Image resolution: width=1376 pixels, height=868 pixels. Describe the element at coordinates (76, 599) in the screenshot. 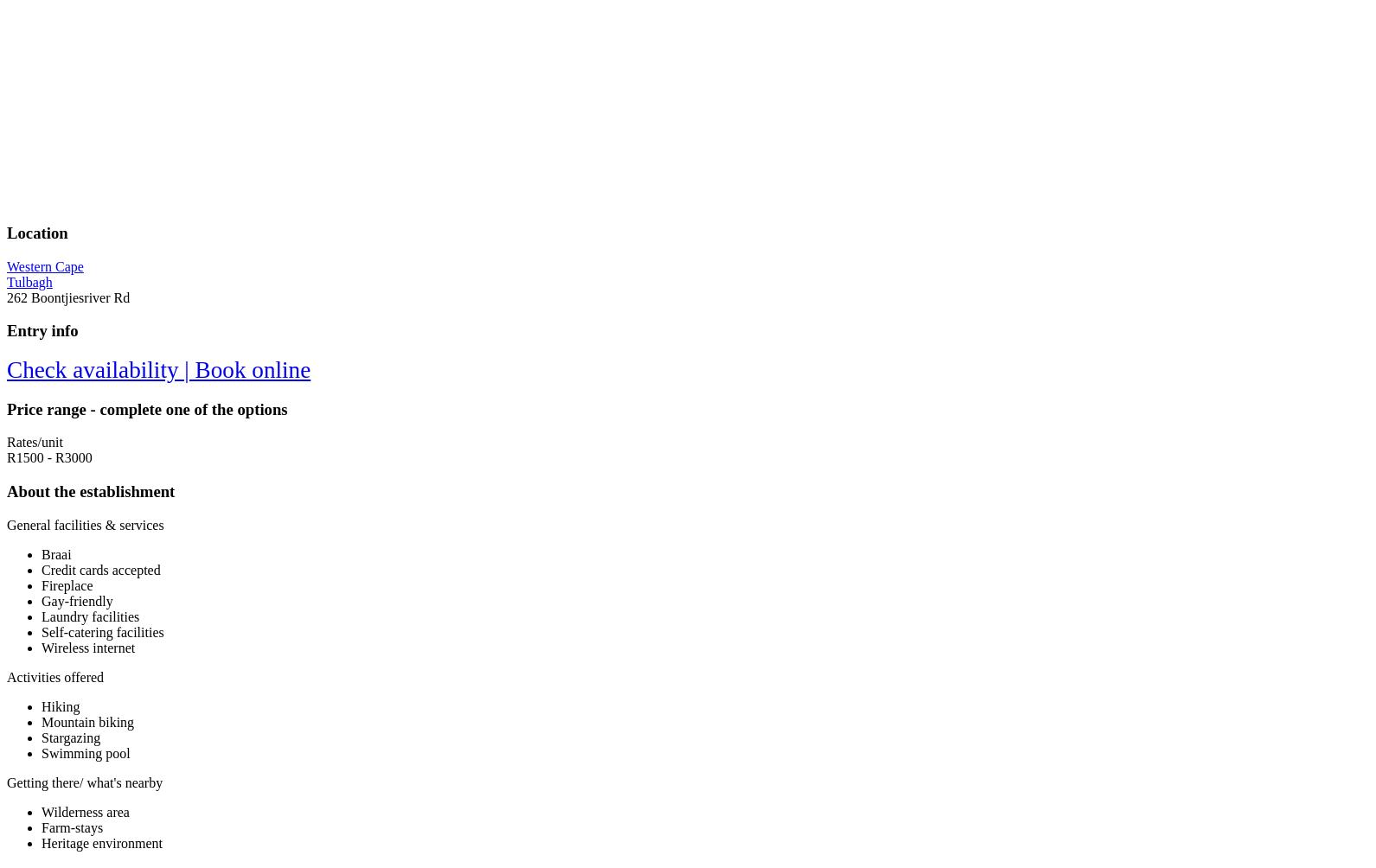

I see `'Gay-friendly'` at that location.